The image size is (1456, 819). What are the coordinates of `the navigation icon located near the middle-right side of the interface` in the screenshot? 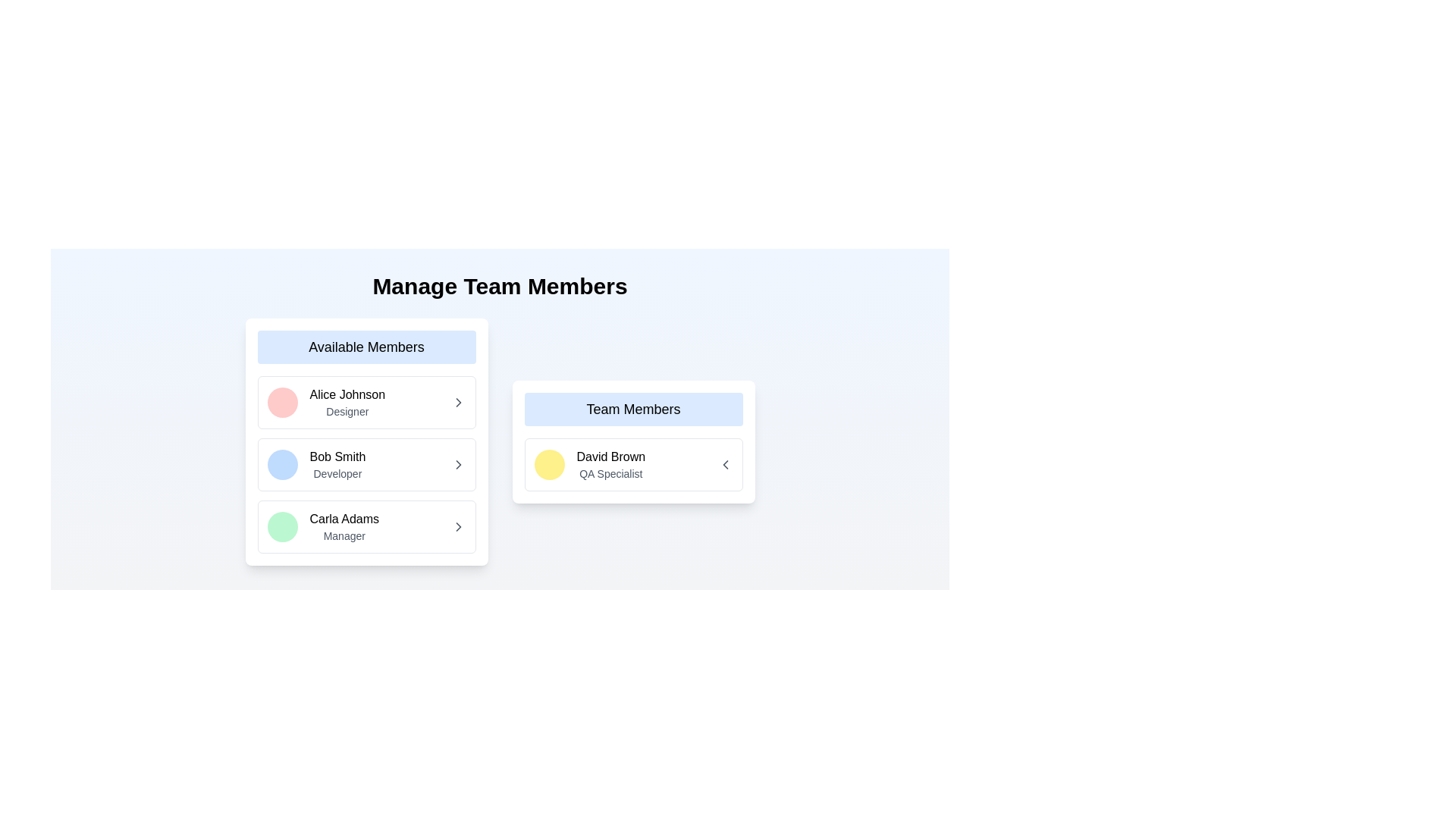 It's located at (724, 464).